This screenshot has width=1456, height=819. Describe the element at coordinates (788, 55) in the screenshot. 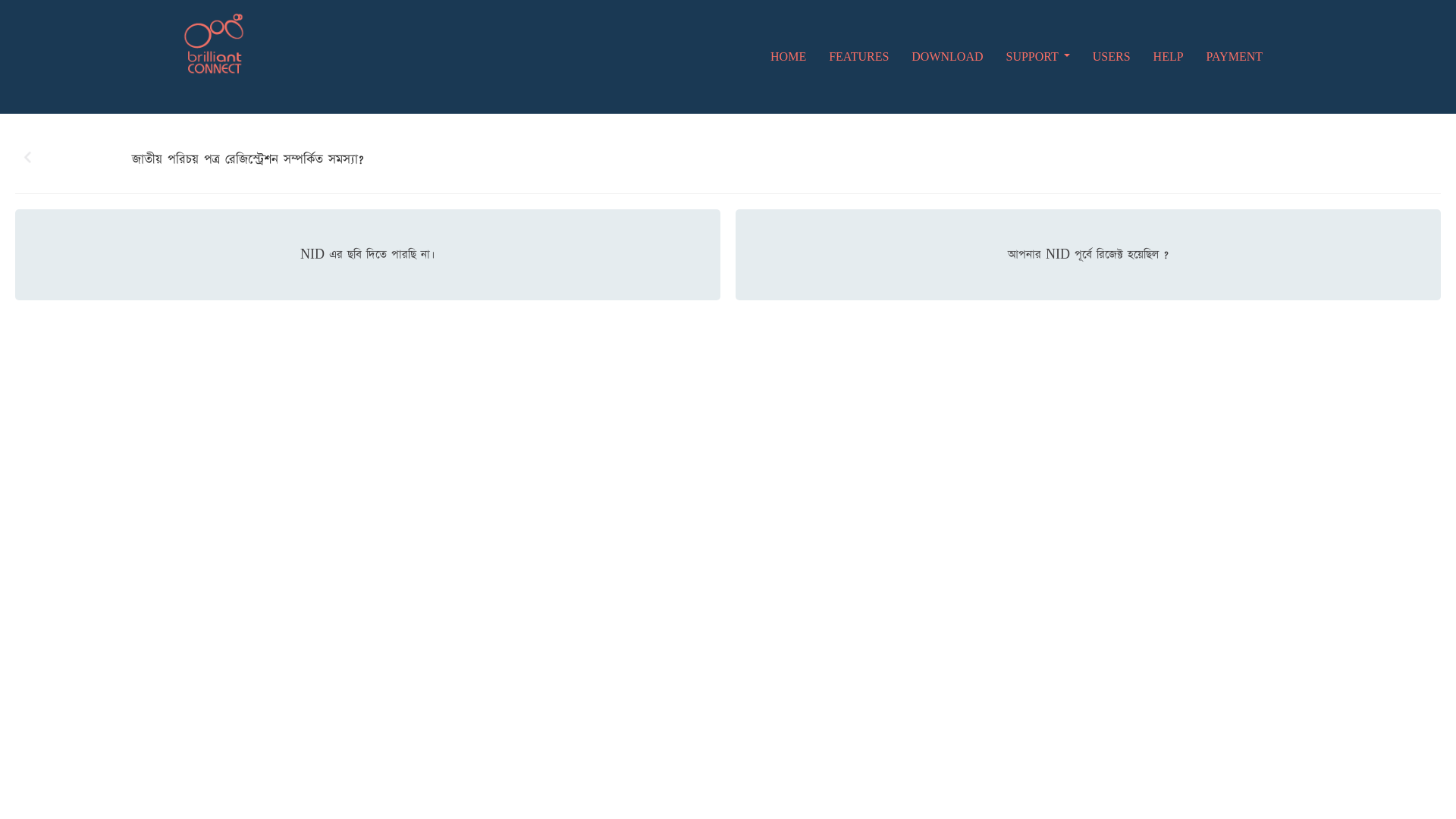

I see `'HOME'` at that location.